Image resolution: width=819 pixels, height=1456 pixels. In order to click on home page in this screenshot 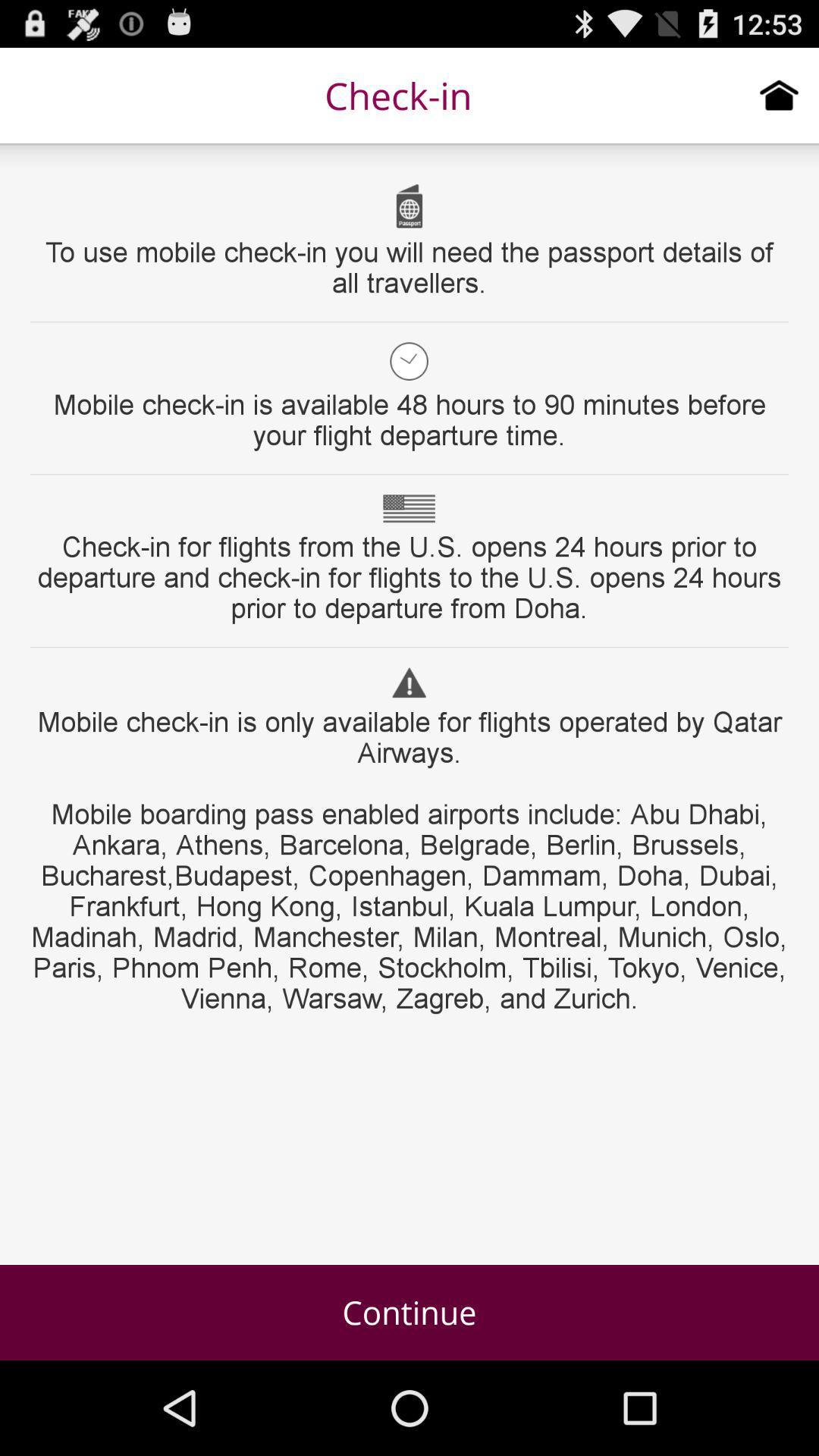, I will do `click(779, 94)`.